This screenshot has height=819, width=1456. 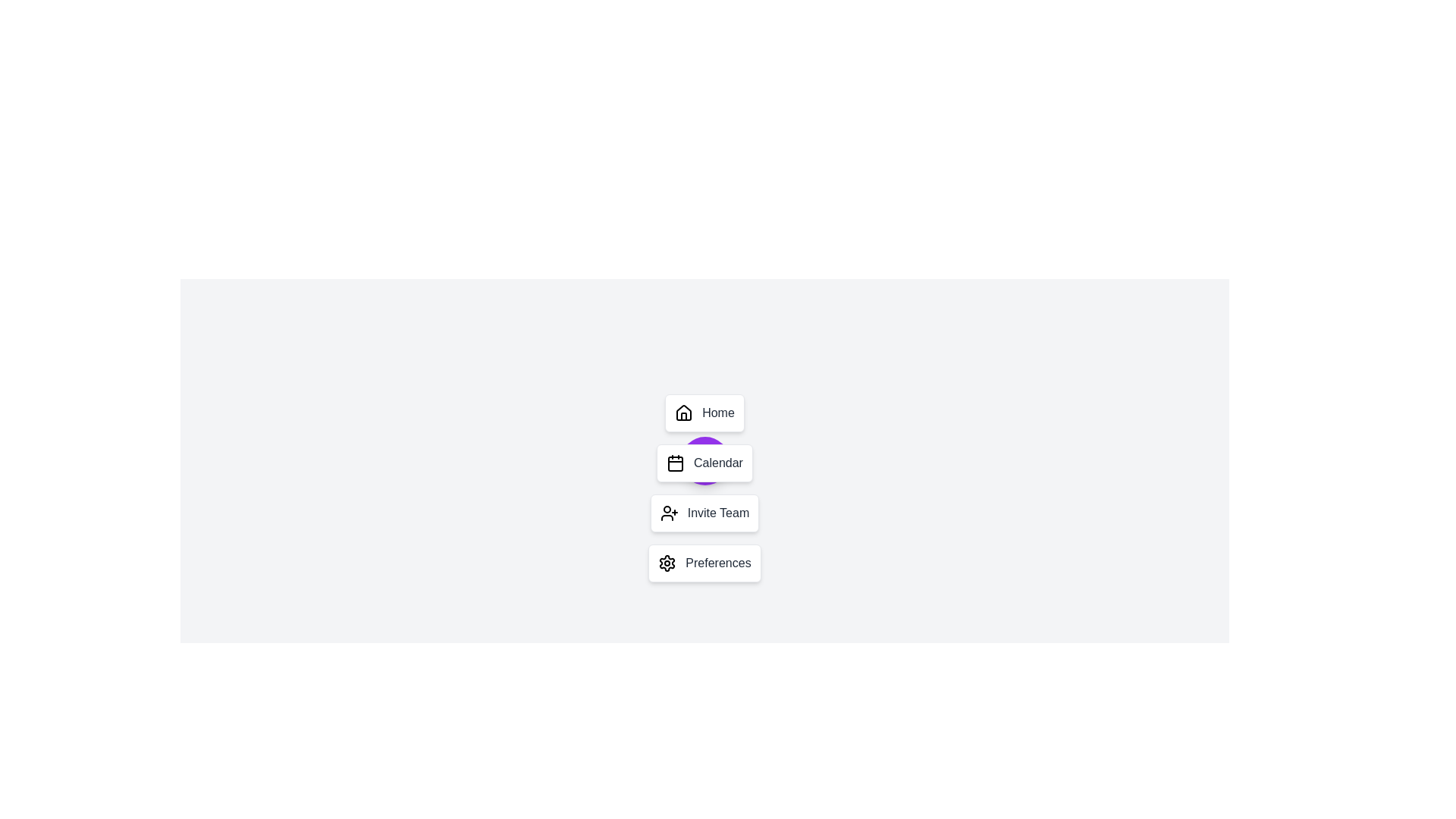 What do you see at coordinates (704, 563) in the screenshot?
I see `the fourth button in the vertical stack that navigates to application preferences to observe any visual response` at bounding box center [704, 563].